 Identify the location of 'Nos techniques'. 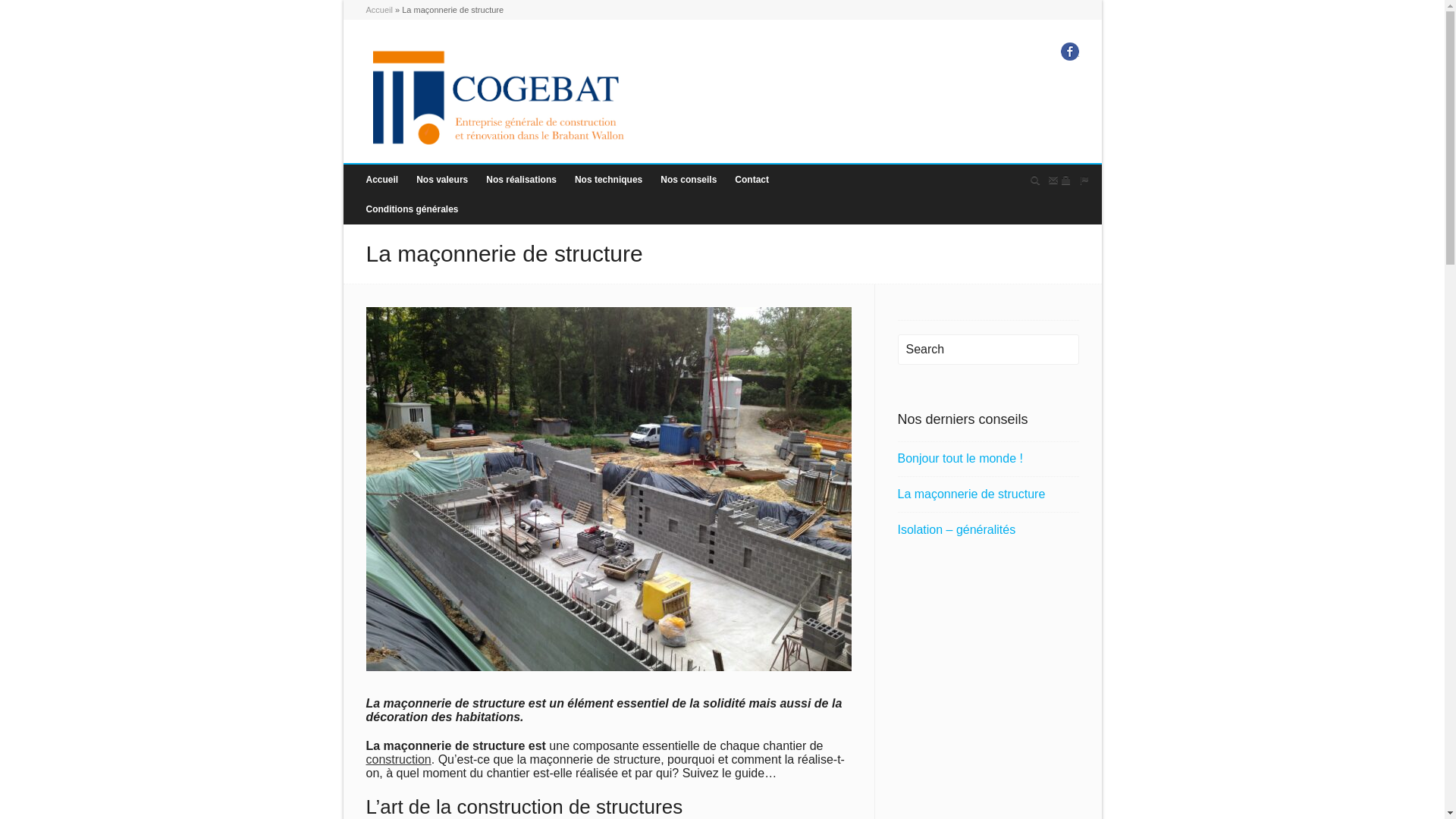
(608, 179).